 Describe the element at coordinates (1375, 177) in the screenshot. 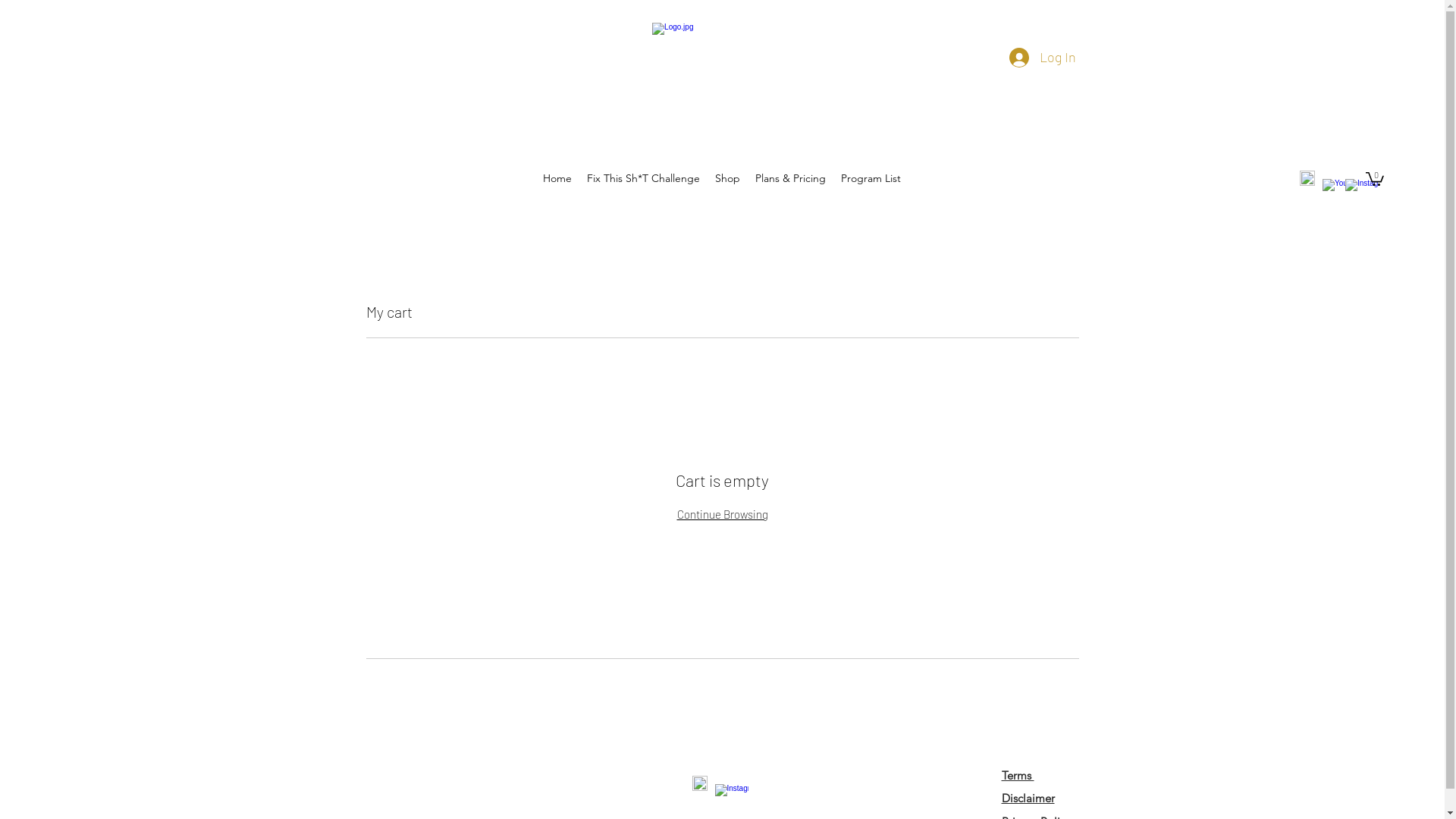

I see `'0'` at that location.